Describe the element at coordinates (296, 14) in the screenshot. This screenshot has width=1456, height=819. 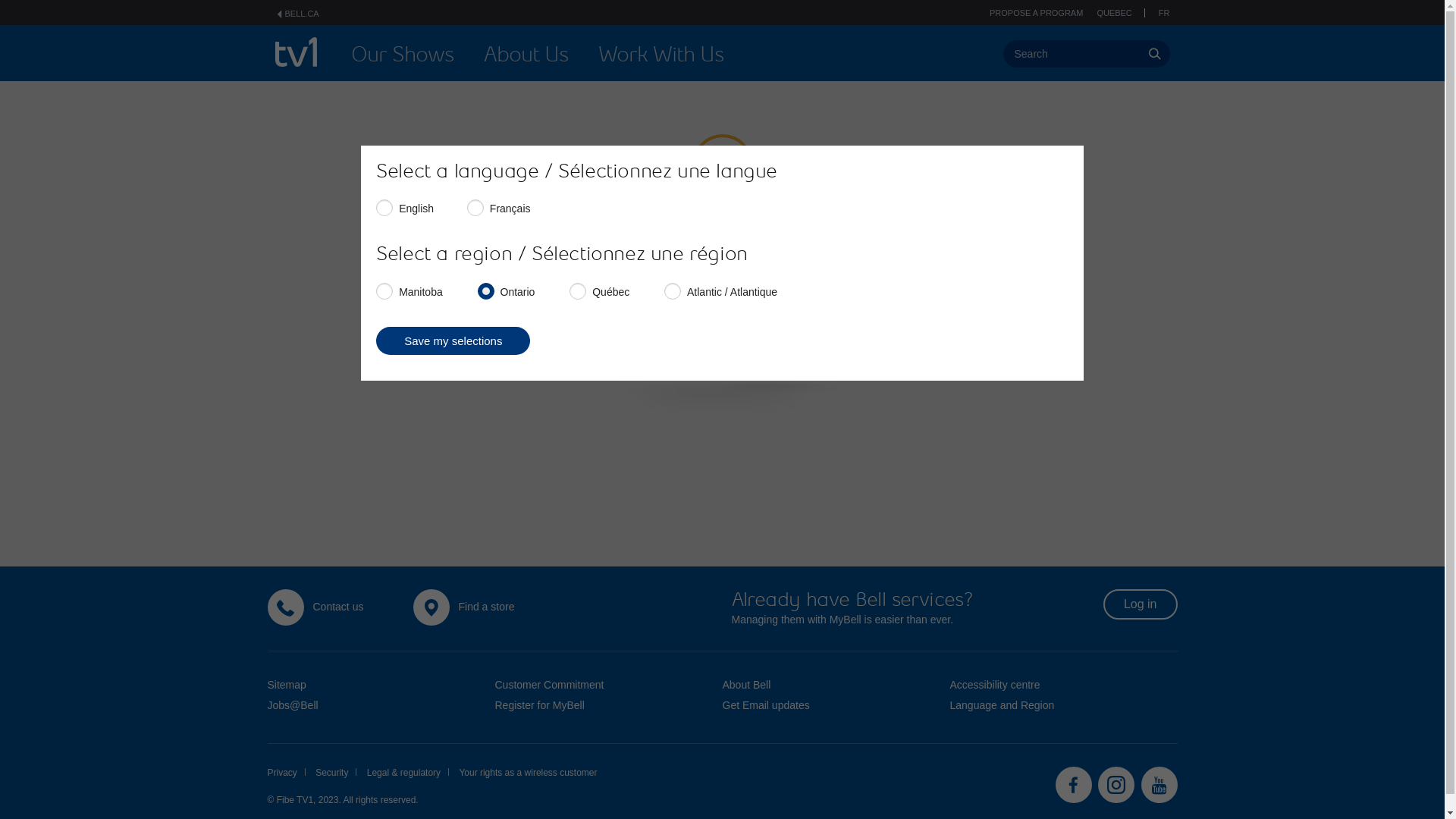
I see `'BELL.CA'` at that location.